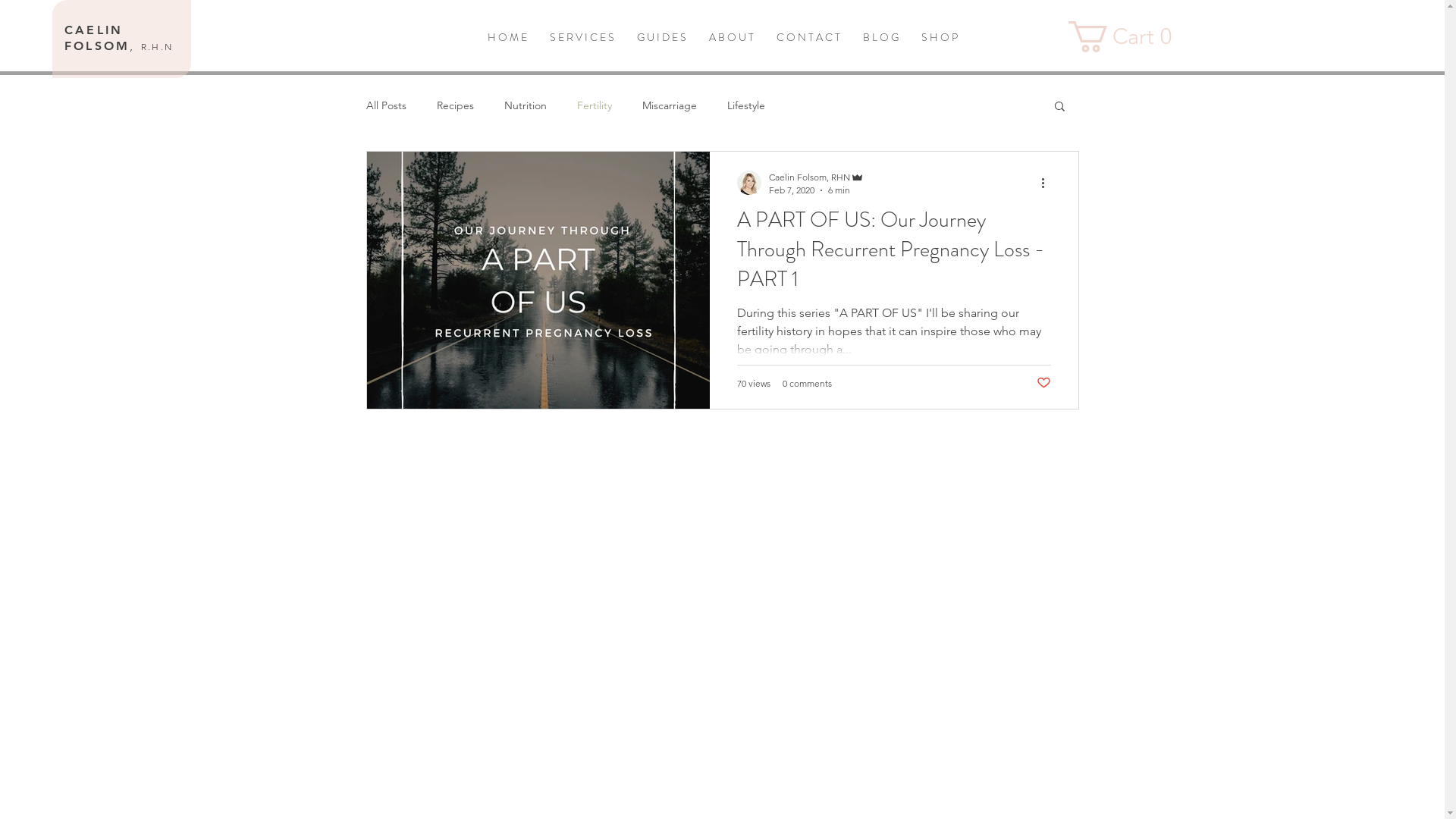  Describe the element at coordinates (538, 36) in the screenshot. I see `'S E R V I C E S'` at that location.